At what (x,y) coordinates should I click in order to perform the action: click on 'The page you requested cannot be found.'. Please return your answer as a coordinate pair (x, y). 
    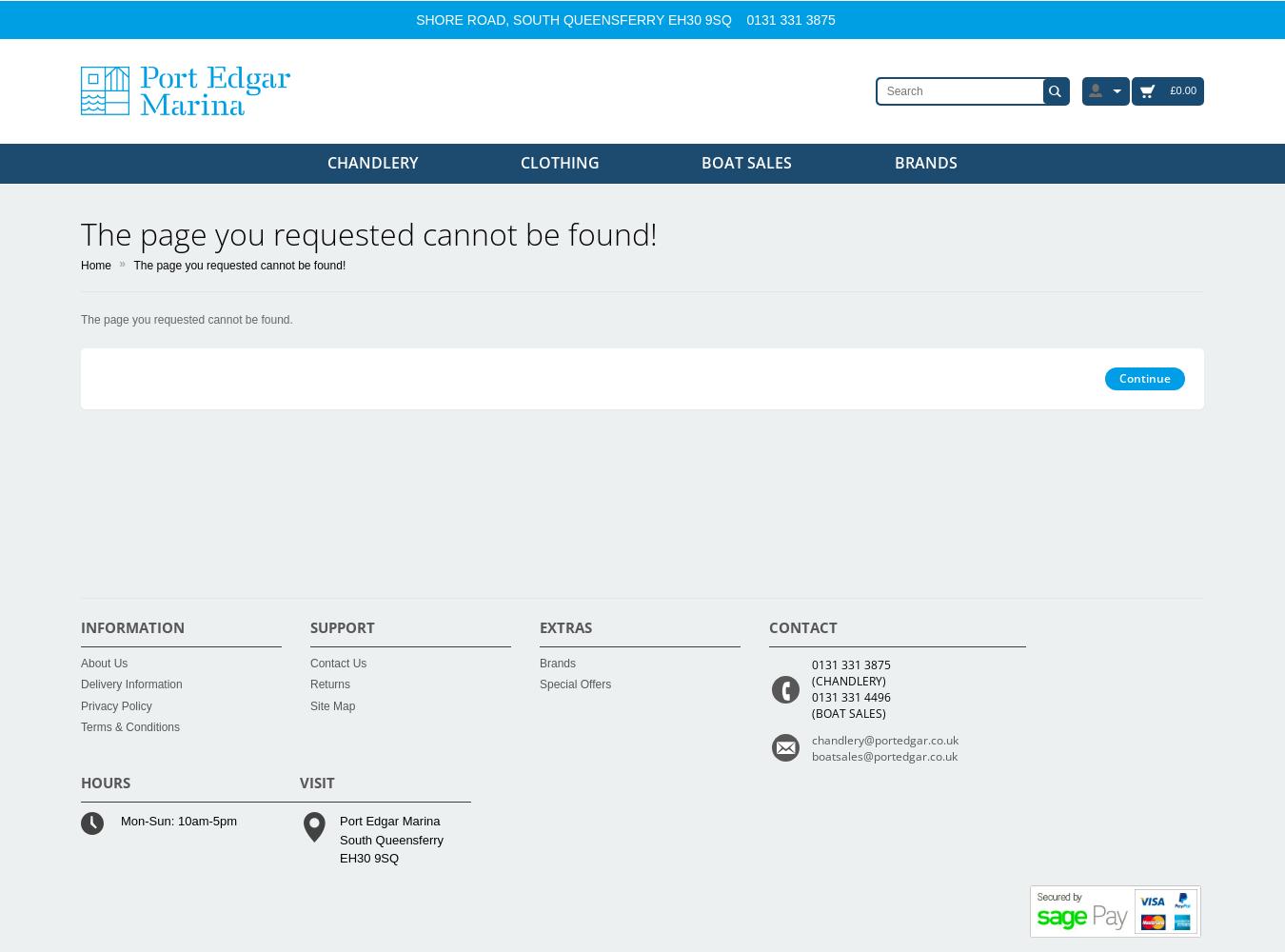
    Looking at the image, I should click on (187, 319).